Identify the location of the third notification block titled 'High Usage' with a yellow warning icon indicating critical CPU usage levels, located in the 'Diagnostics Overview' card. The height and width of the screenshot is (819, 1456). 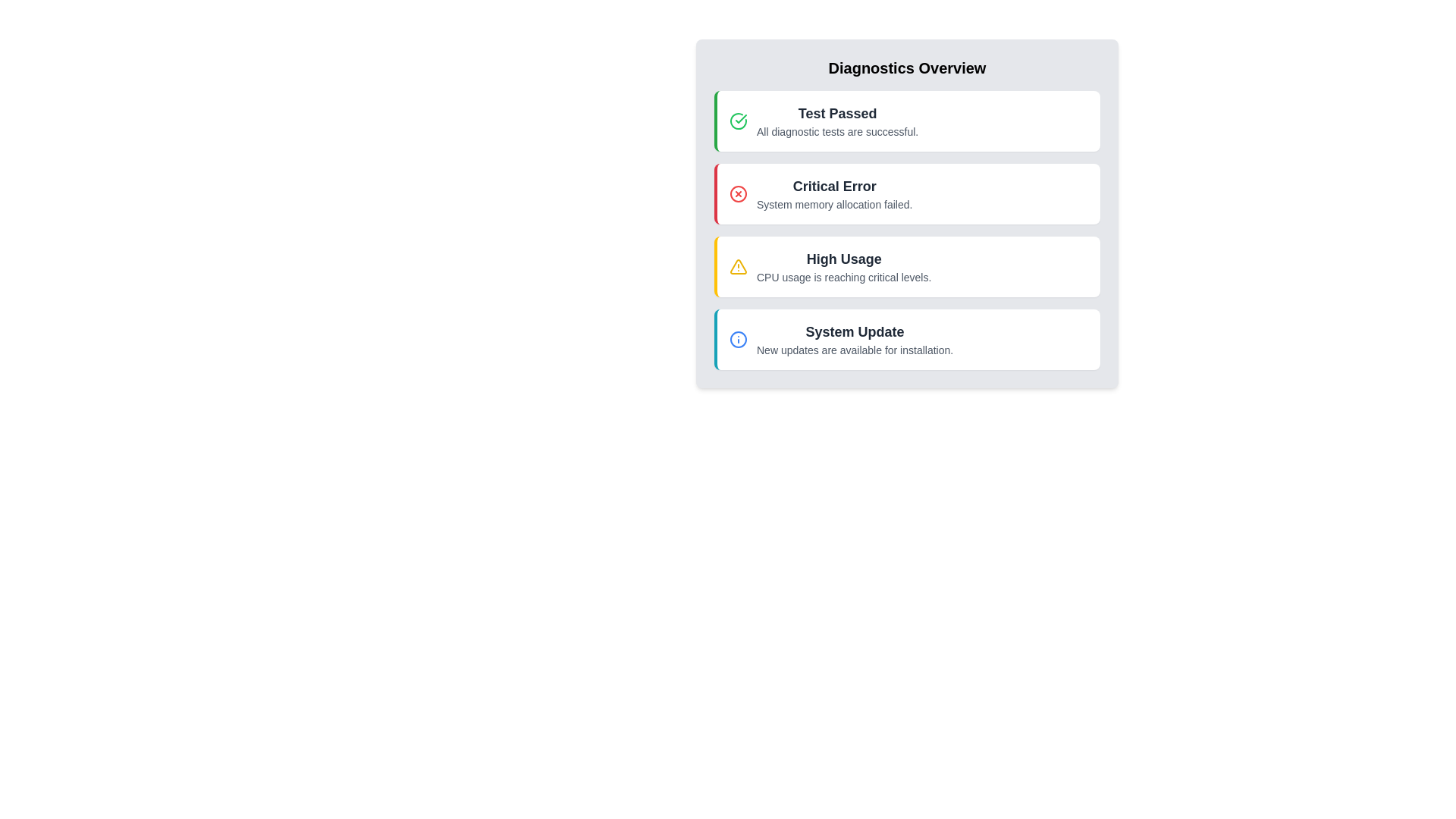
(908, 265).